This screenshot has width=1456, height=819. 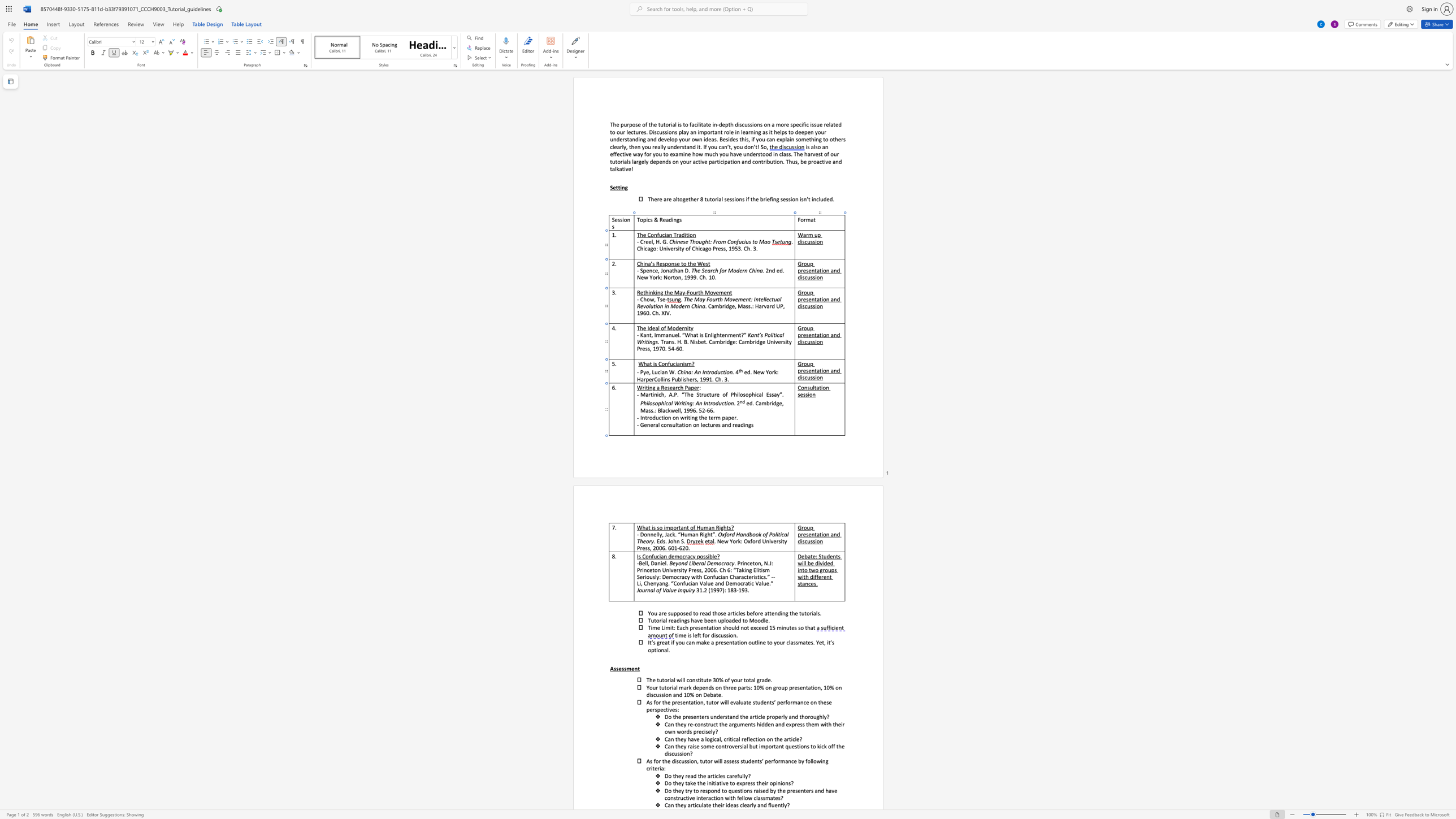 I want to click on the 5th character "i" in the text, so click(x=726, y=402).